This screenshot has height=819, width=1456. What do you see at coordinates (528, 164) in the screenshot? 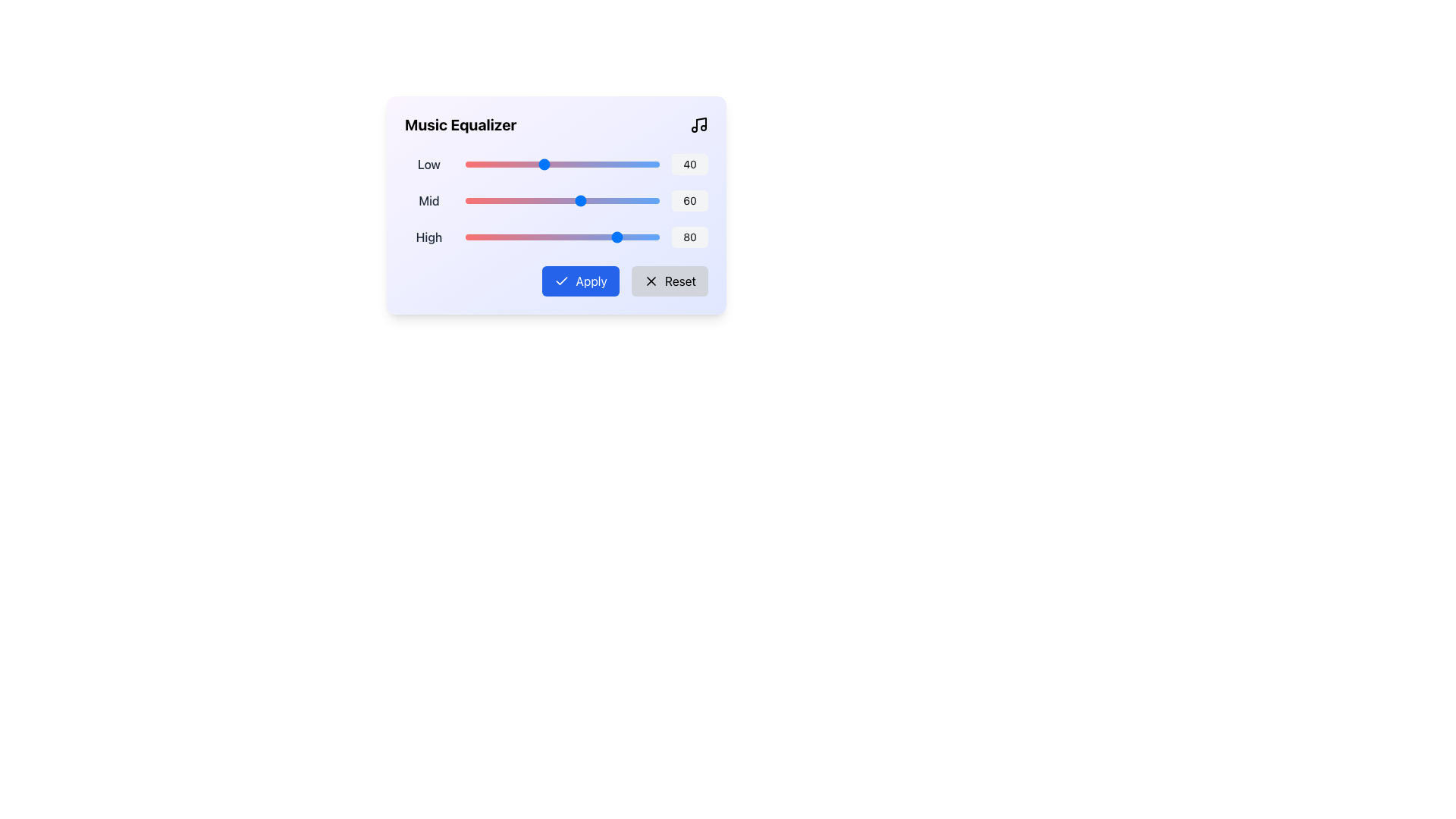
I see `the Low frequency equalizer value` at bounding box center [528, 164].